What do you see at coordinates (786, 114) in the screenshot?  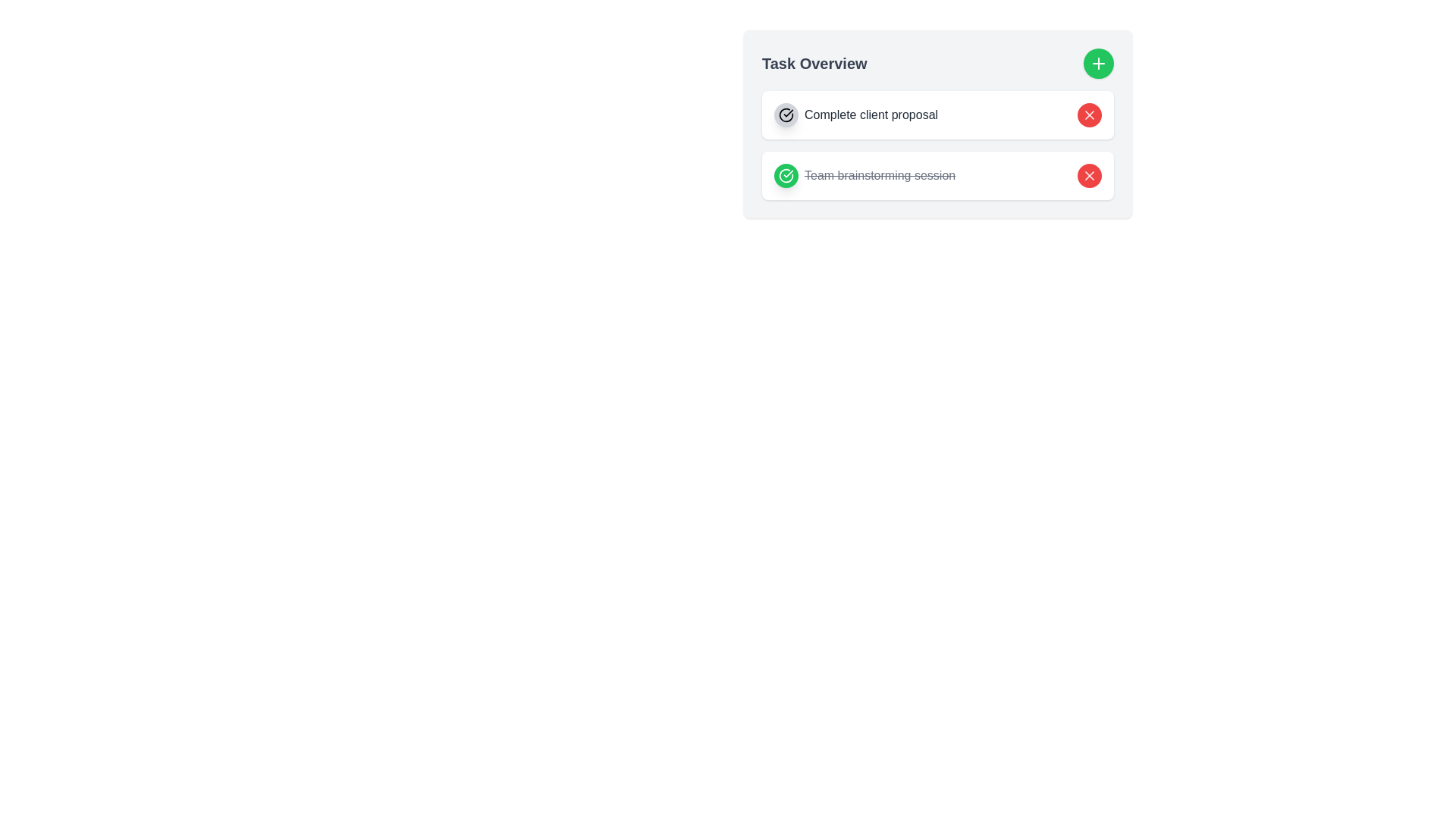 I see `the interactive completion indicator button located to the left of the text 'Complete client proposal' in the first row of the task list for visual feedback` at bounding box center [786, 114].